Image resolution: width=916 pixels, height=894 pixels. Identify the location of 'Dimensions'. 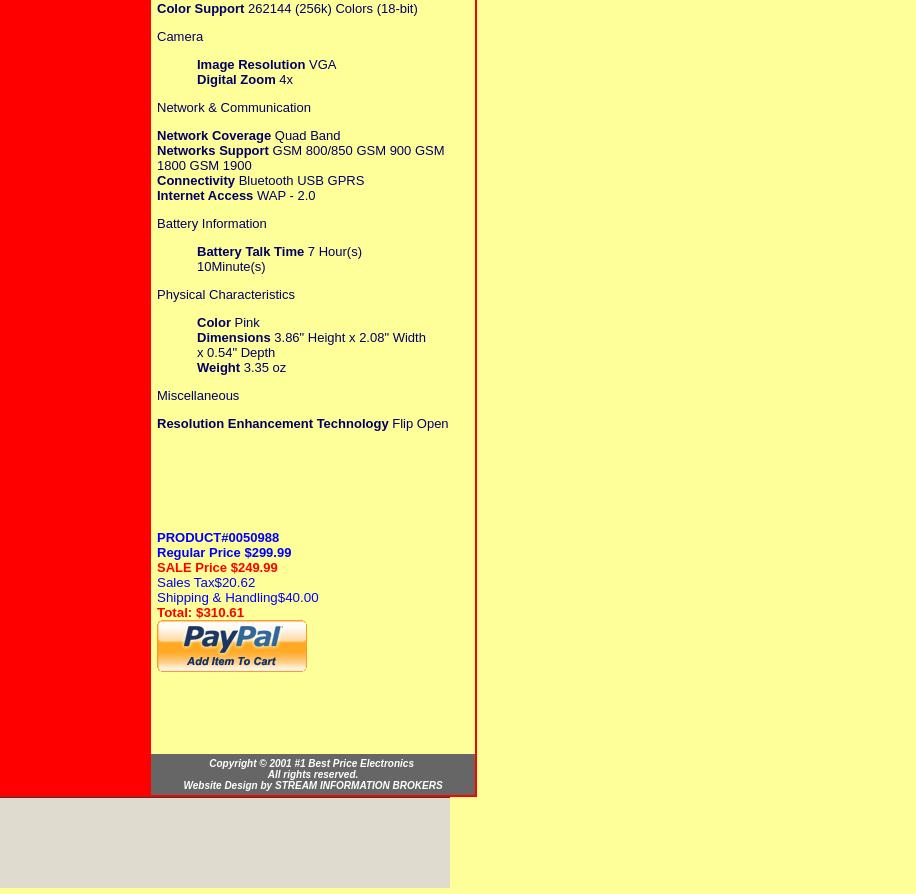
(233, 335).